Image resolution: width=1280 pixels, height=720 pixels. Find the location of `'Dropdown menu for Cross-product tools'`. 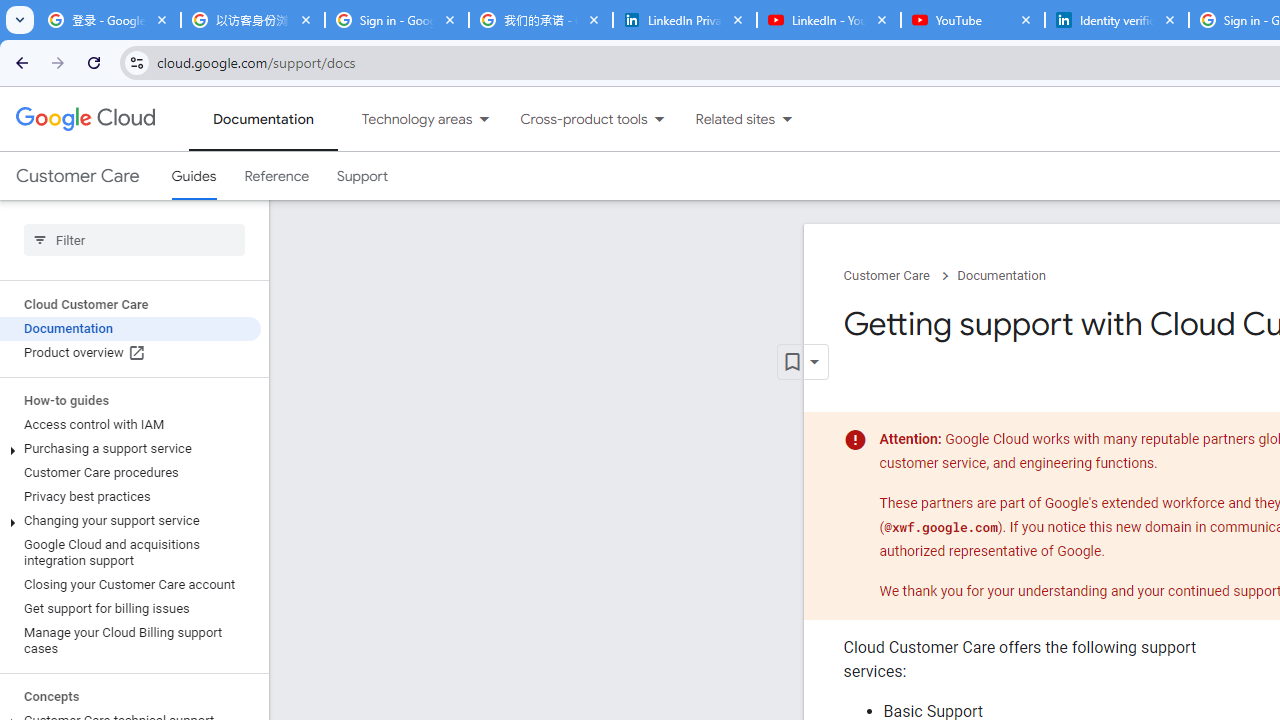

'Dropdown menu for Cross-product tools' is located at coordinates (659, 119).